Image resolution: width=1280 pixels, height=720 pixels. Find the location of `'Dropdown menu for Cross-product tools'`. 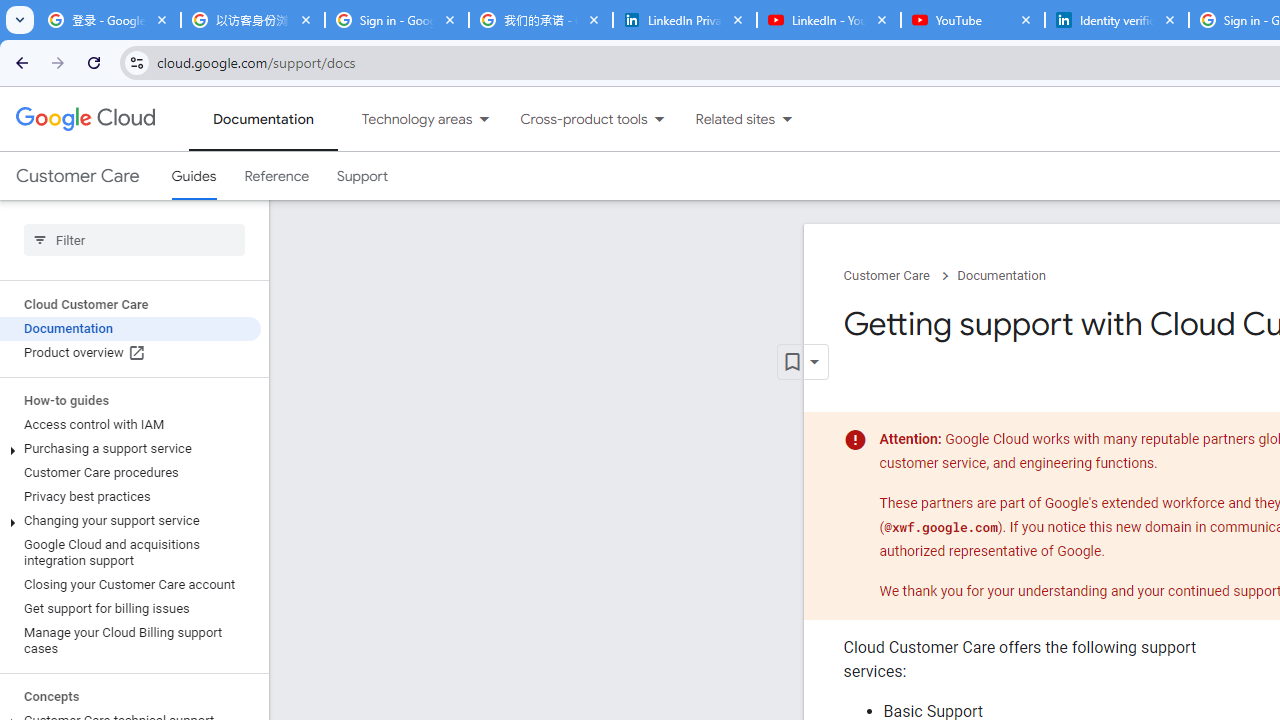

'Dropdown menu for Cross-product tools' is located at coordinates (659, 119).